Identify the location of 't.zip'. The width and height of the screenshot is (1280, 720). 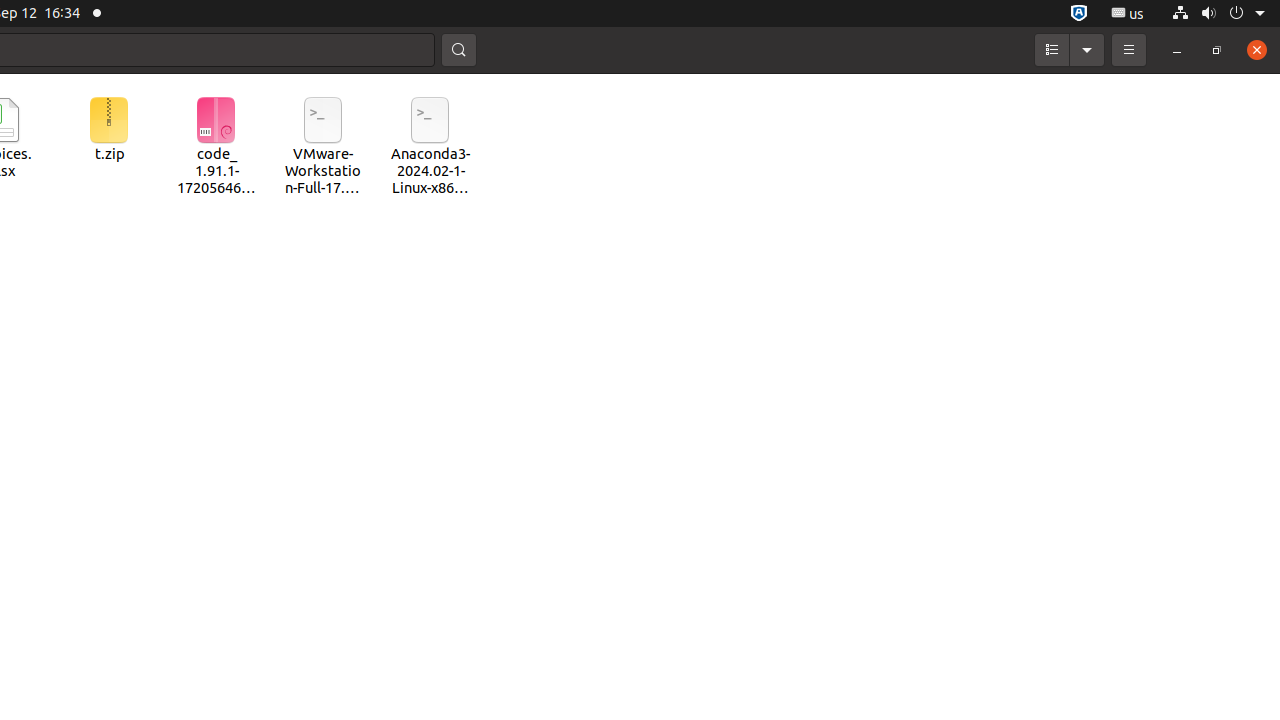
(107, 130).